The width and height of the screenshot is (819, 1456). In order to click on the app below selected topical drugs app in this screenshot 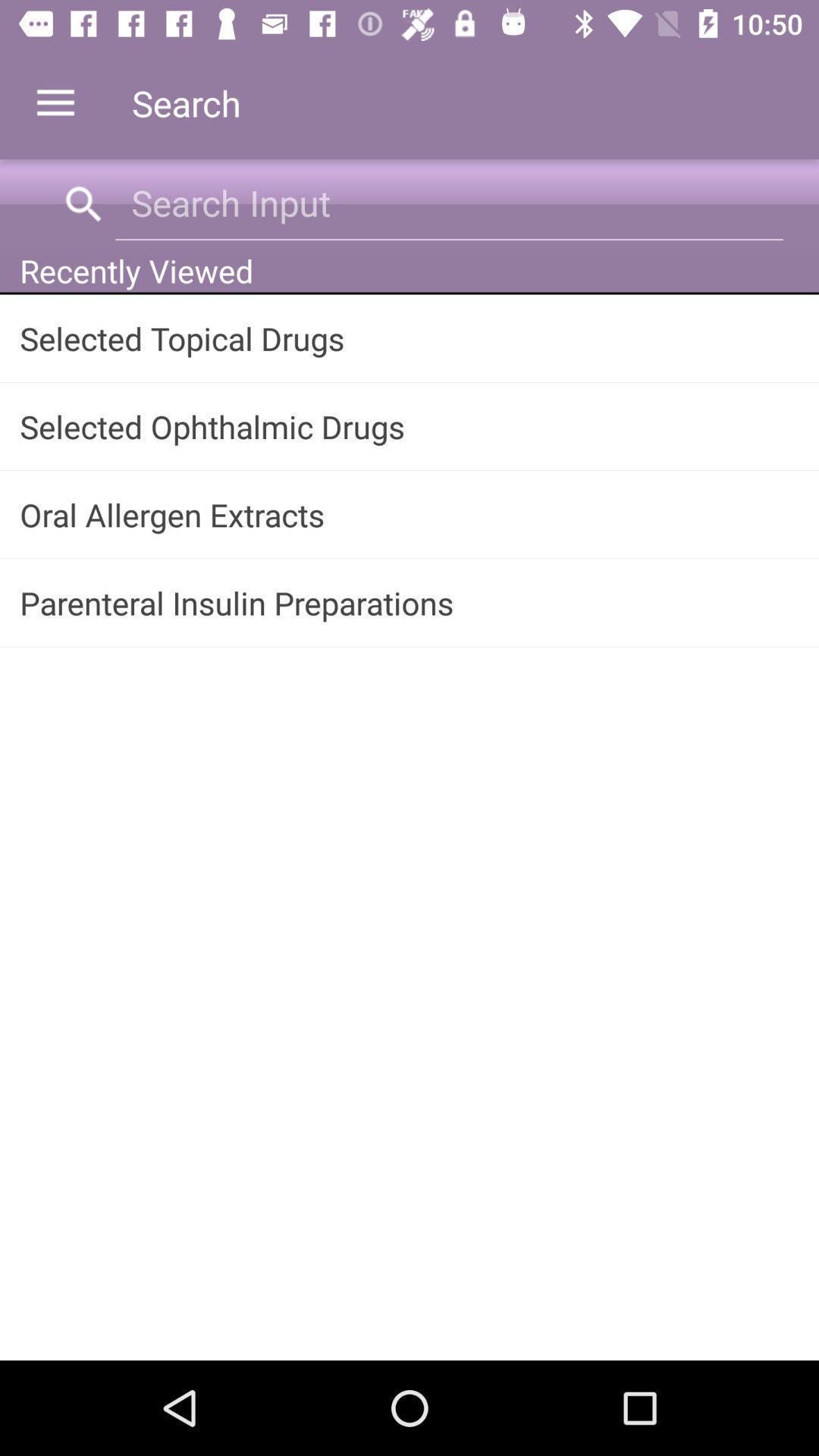, I will do `click(409, 425)`.